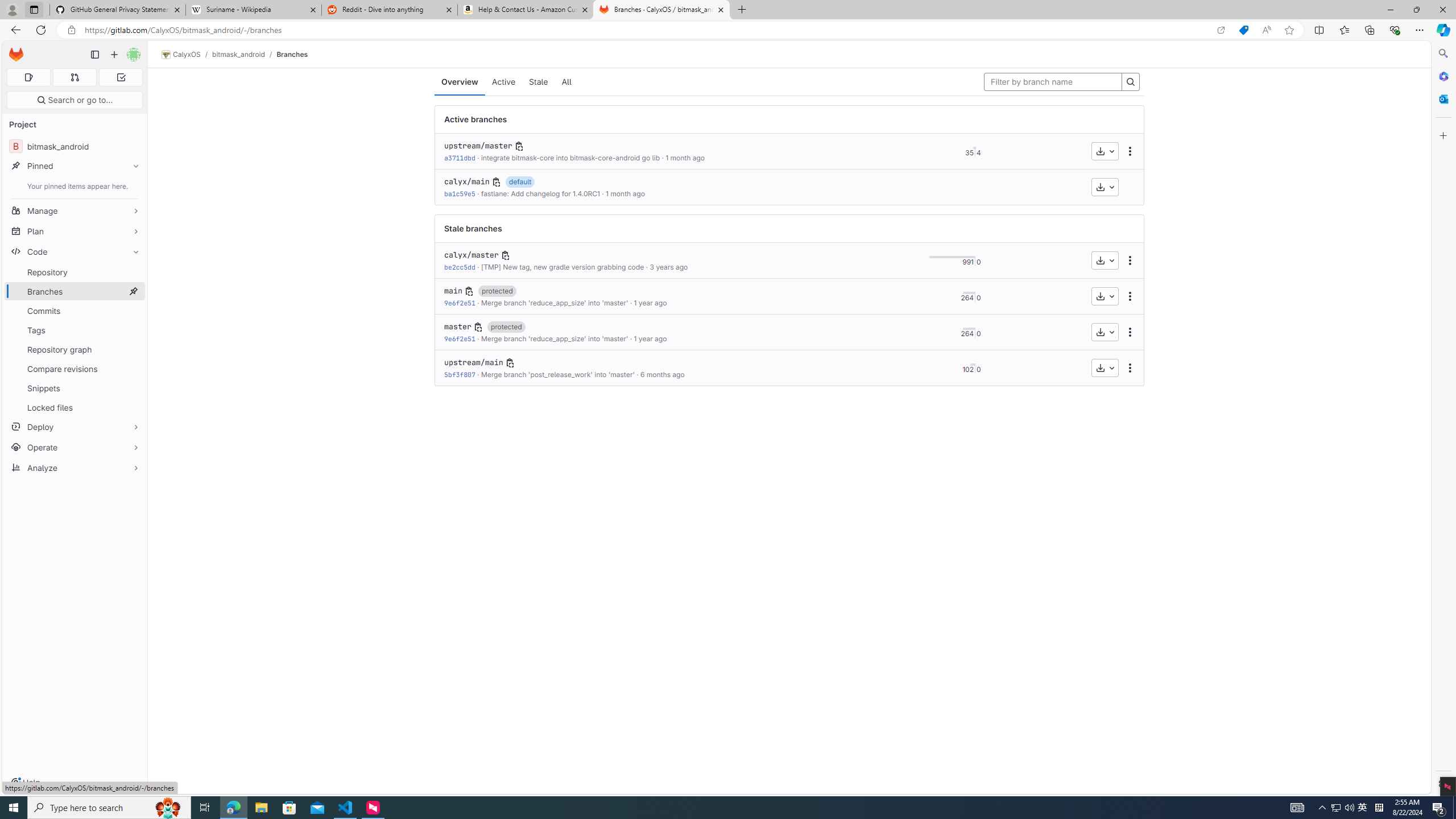 The image size is (1456, 819). I want to click on 'Overview', so click(459, 81).